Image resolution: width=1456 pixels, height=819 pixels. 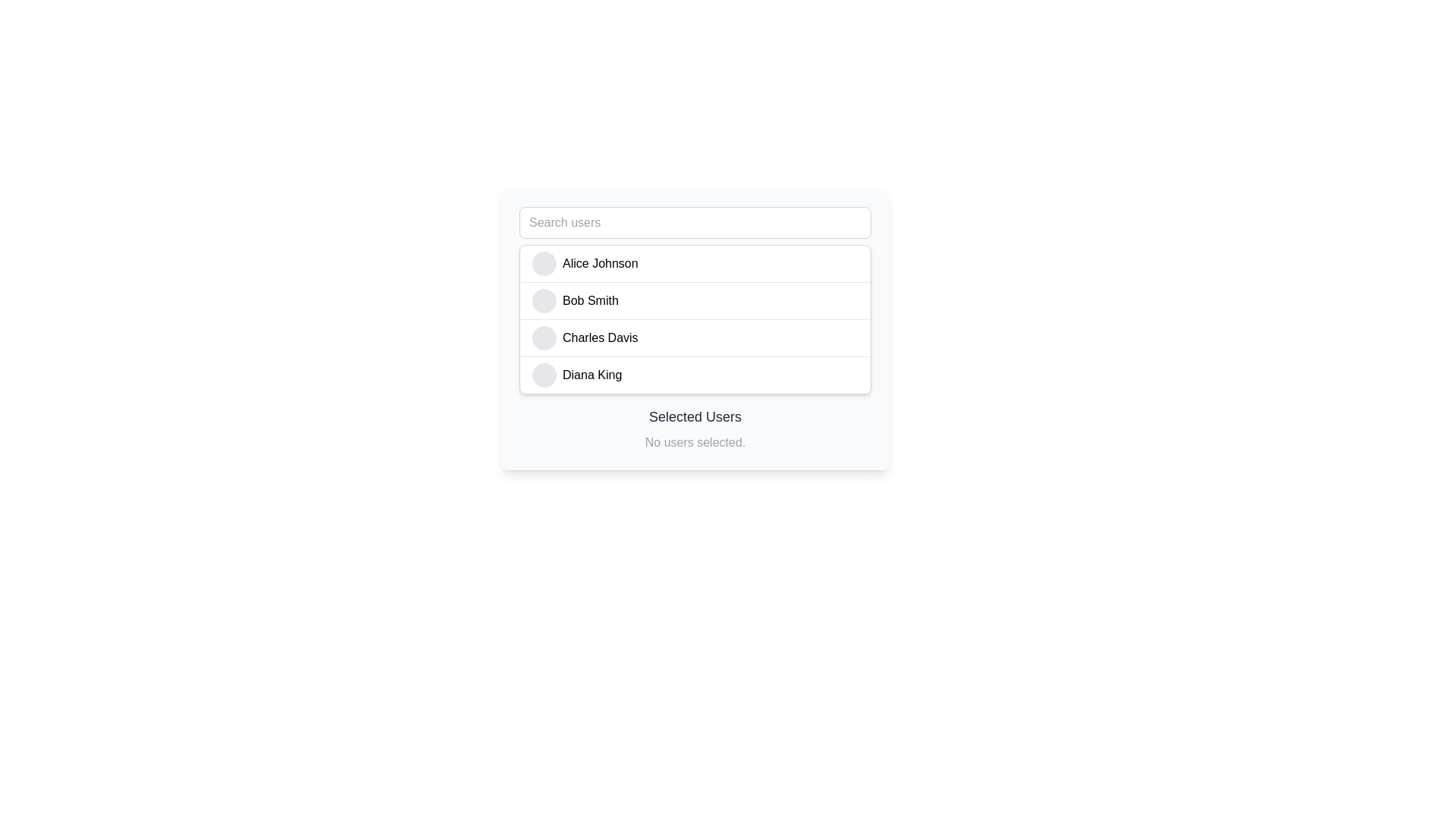 I want to click on an entry in the List box, which is a white rectangular component with rounded edges and a light gray border, containing a list of users' names, so click(x=694, y=328).